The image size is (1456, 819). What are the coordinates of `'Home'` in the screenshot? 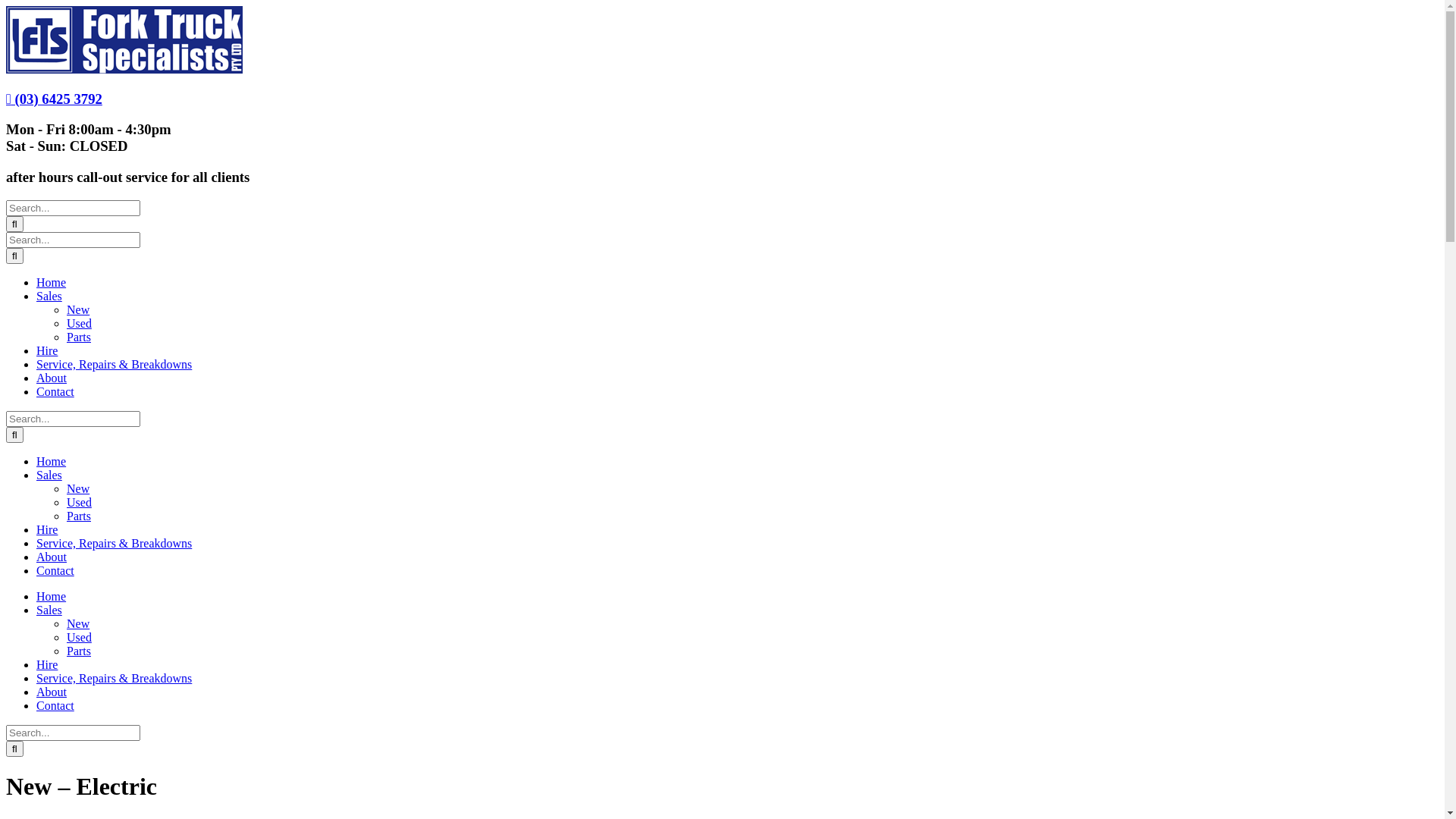 It's located at (36, 460).